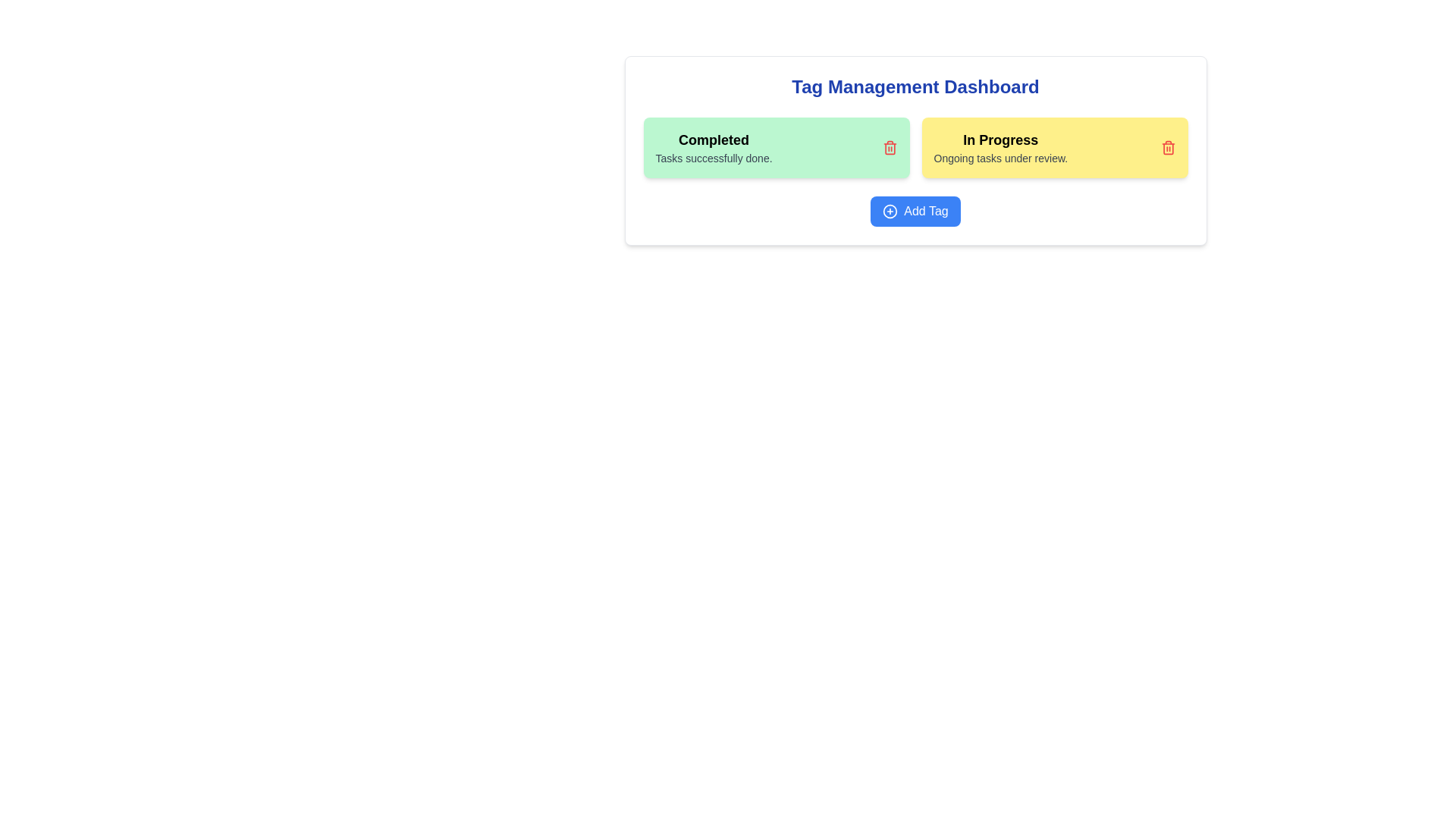 This screenshot has height=819, width=1456. What do you see at coordinates (915, 211) in the screenshot?
I see `the 'Add Tag' button located centrally below the grid of task status sections in the Tag Management Dashboard to initiate the tag addition process` at bounding box center [915, 211].